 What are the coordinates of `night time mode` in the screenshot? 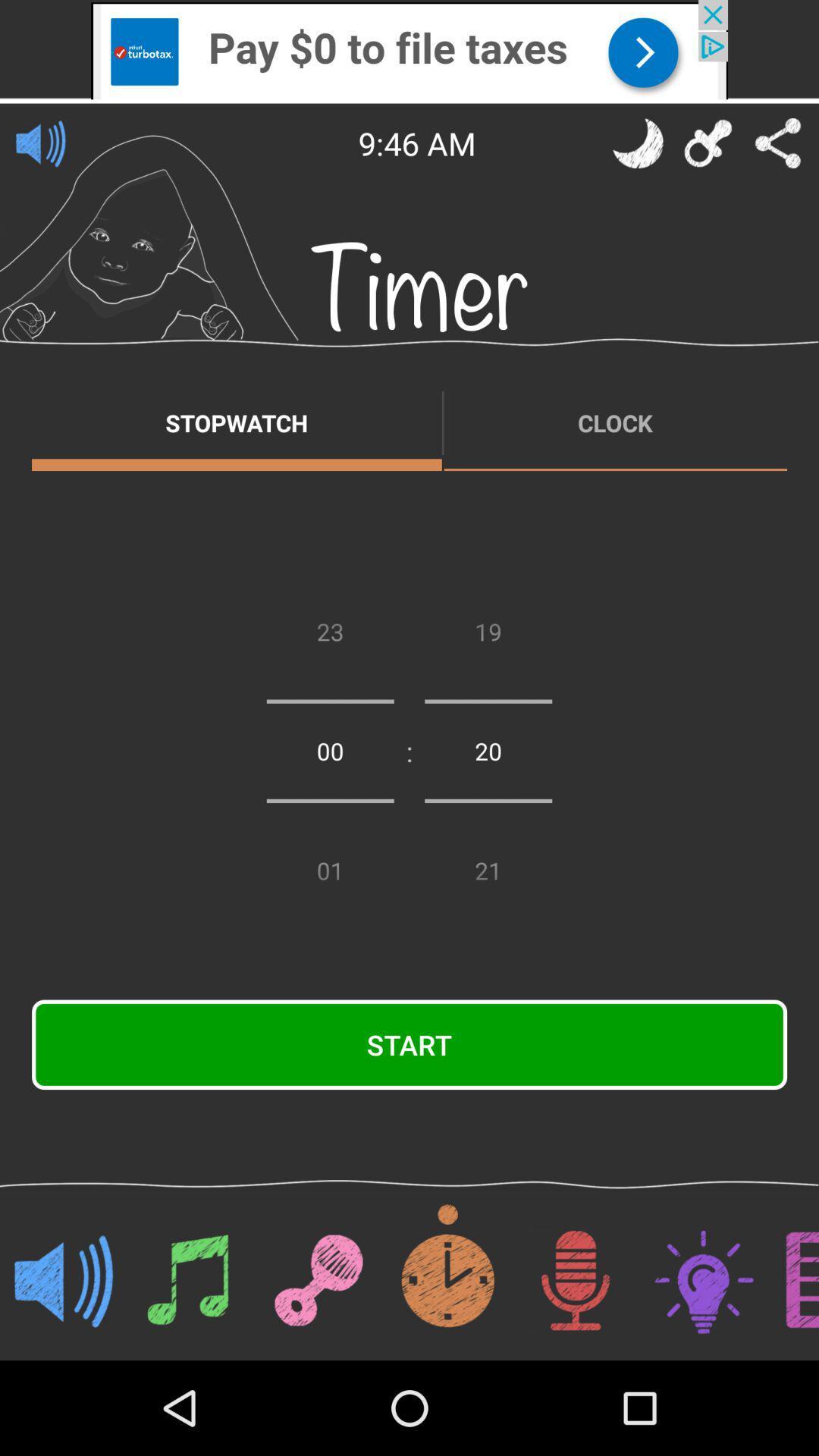 It's located at (638, 143).